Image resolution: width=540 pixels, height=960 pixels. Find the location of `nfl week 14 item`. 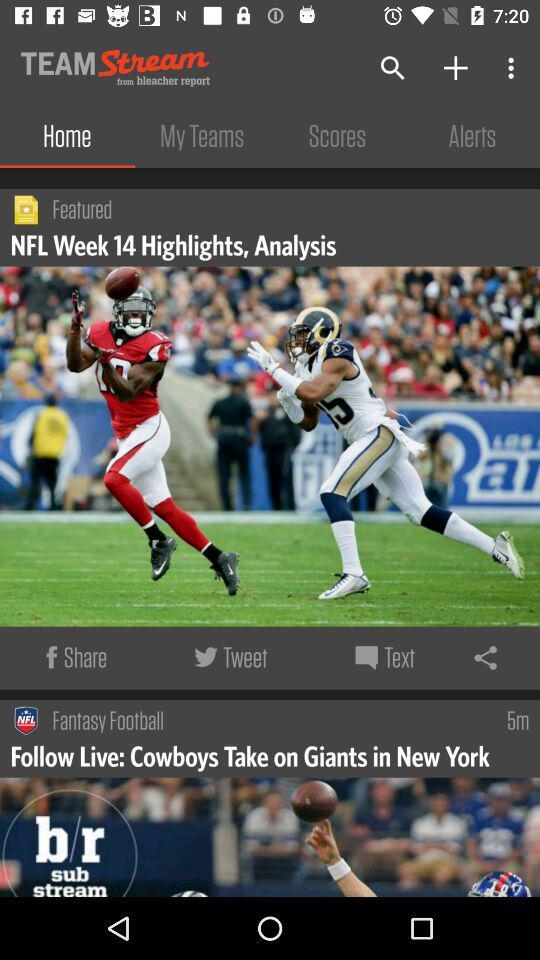

nfl week 14 item is located at coordinates (176, 243).